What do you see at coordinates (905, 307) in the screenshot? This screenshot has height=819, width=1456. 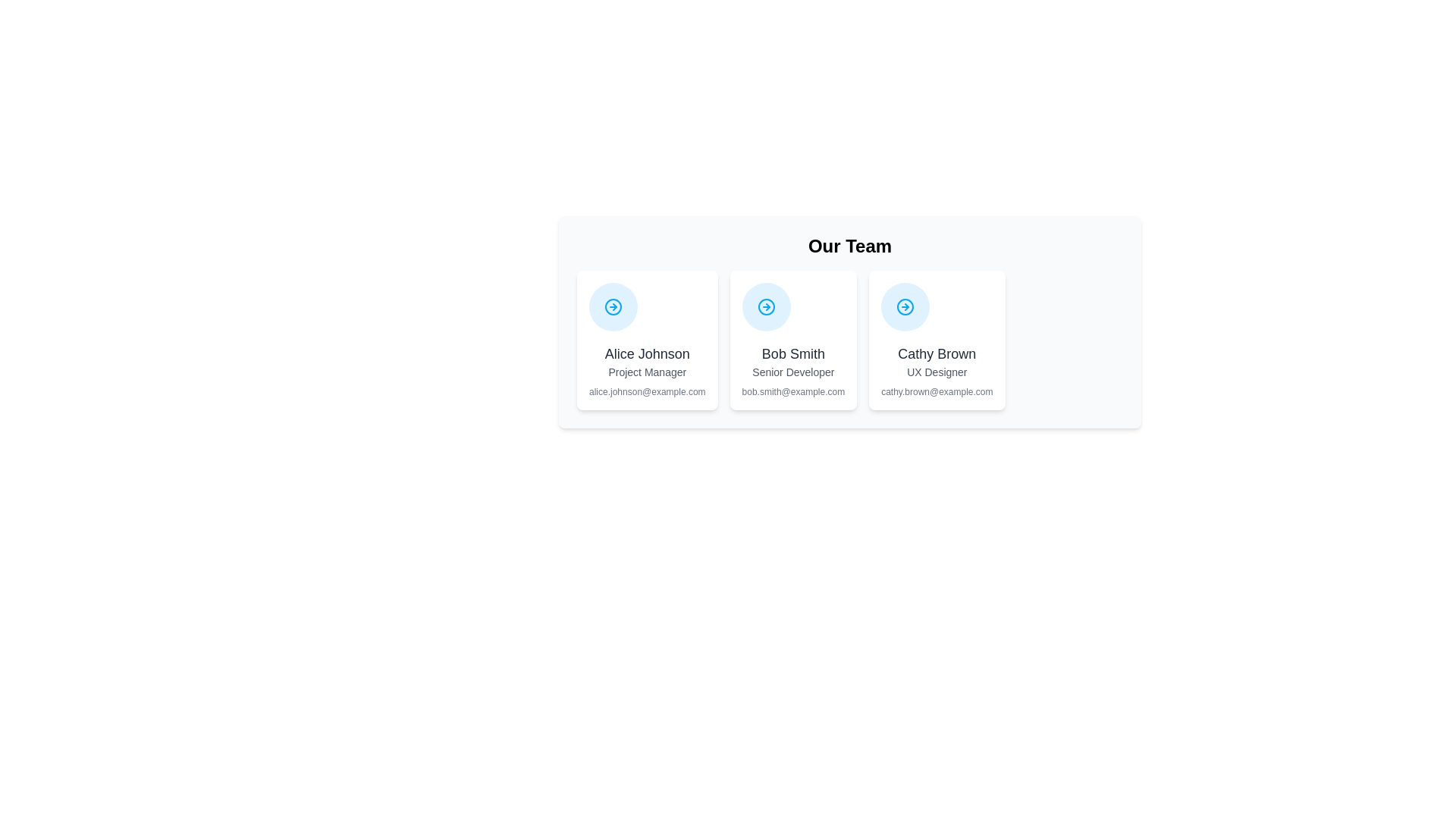 I see `the round icon button with a light blue background and a dark blue arrow icon pointing to the right, located at the top-center of the card representing 'Cathy Brown'` at bounding box center [905, 307].